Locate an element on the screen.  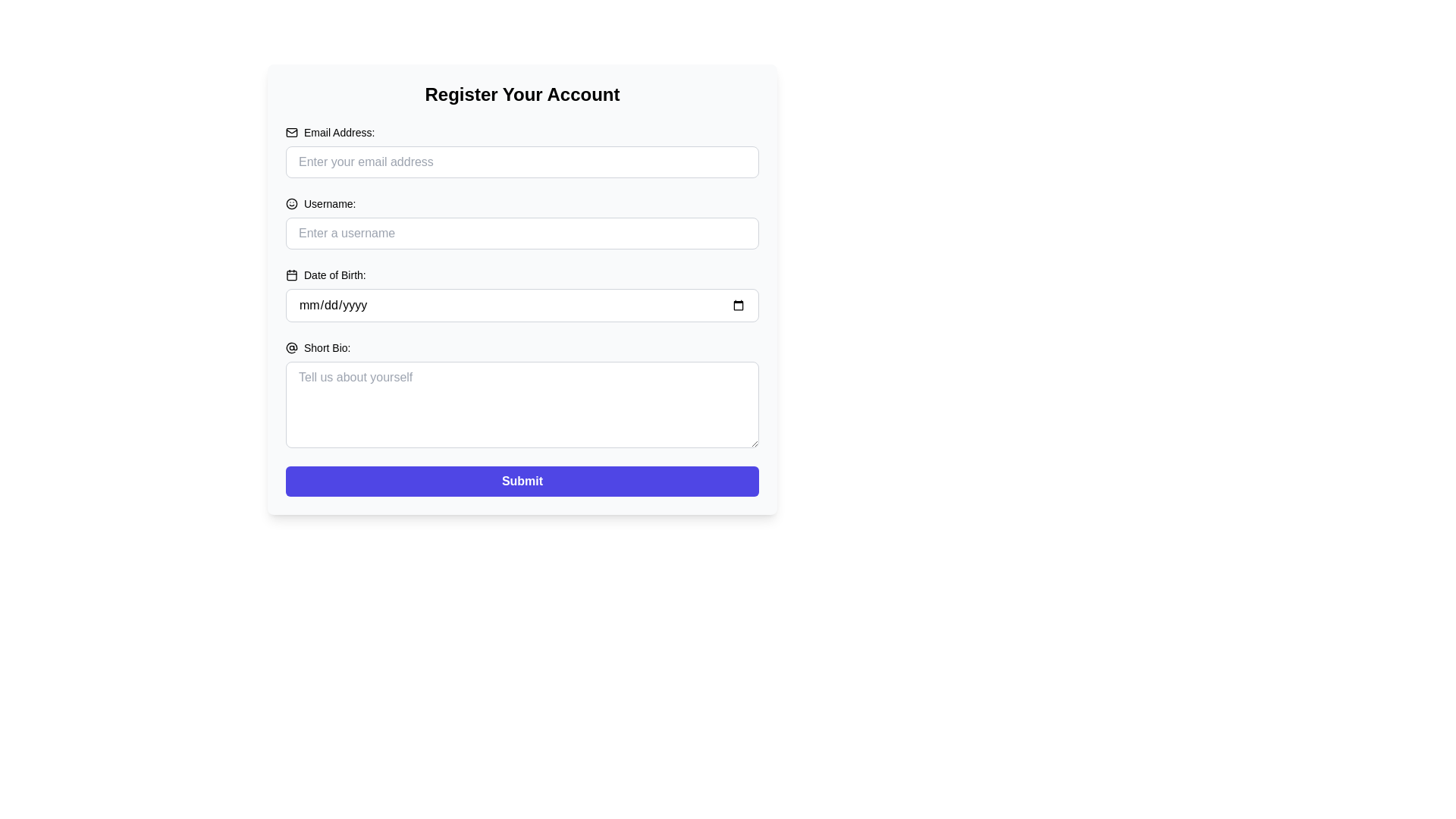
the submit button located below the 'Short Bio' text area is located at coordinates (522, 482).